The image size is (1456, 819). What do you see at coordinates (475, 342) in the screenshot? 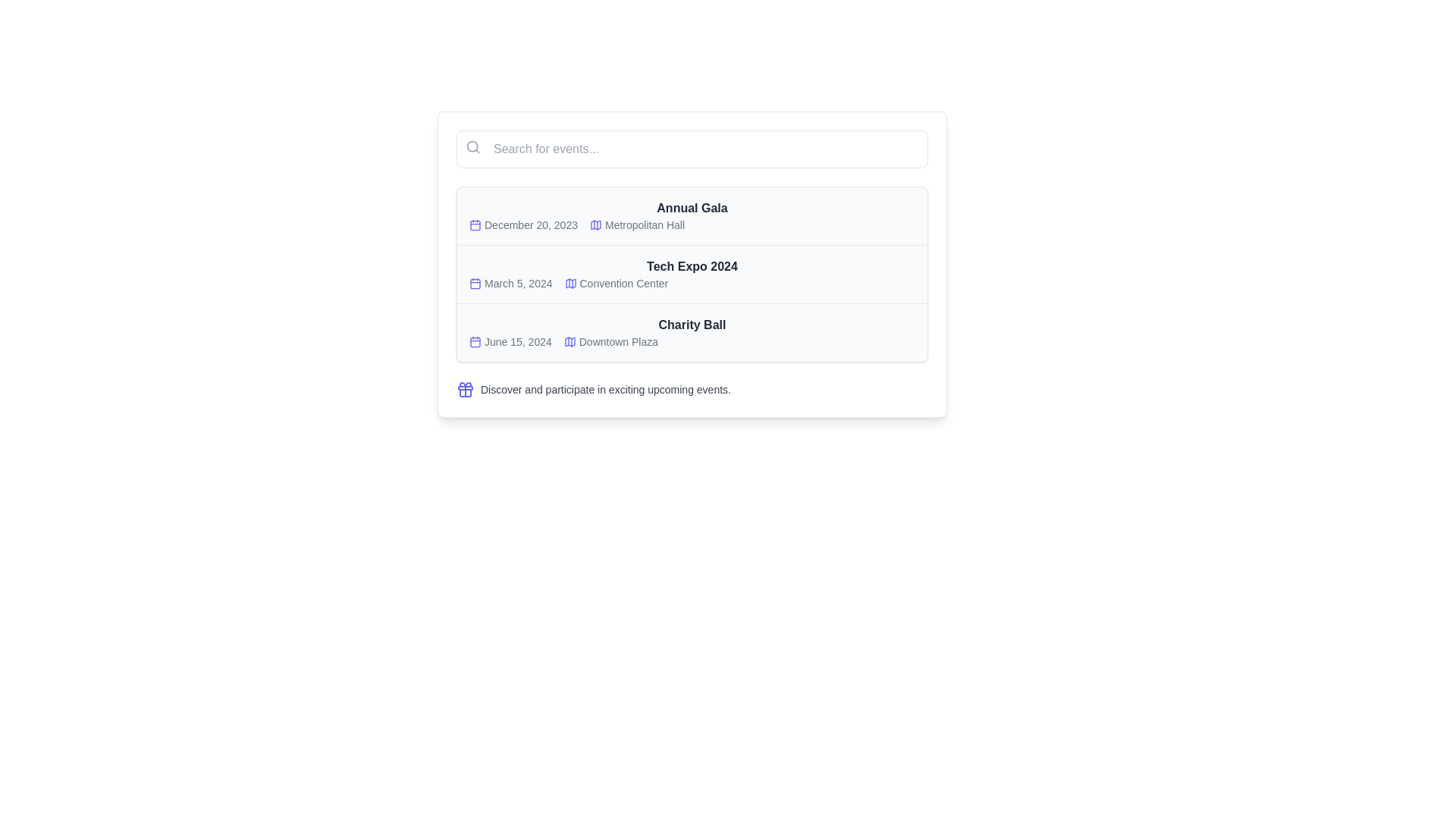
I see `the calendar icon indicating the date 'June 15, 2024' for the event 'Charity Ball', which is located at the beginning of the text in the third row of the event list` at bounding box center [475, 342].